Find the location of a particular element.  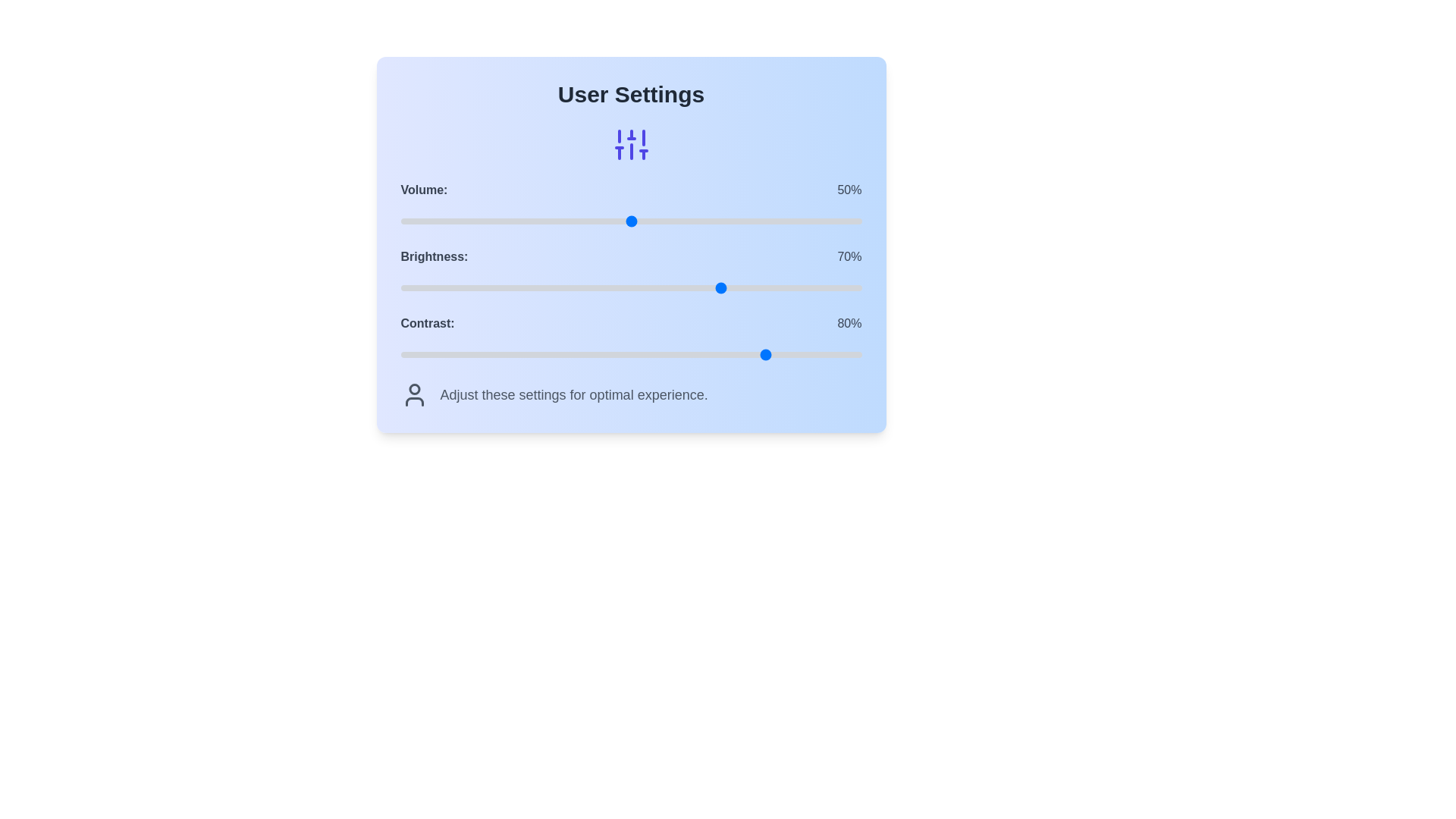

contrast is located at coordinates (838, 354).